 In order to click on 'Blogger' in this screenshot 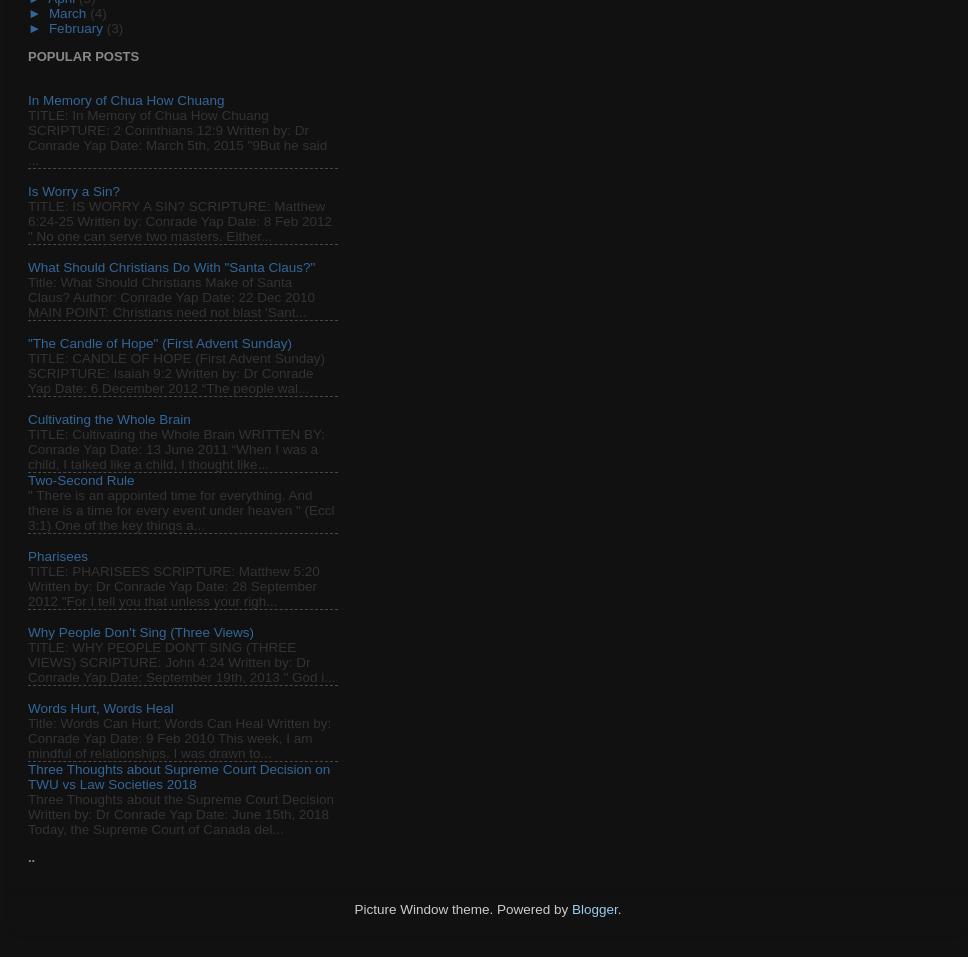, I will do `click(571, 908)`.